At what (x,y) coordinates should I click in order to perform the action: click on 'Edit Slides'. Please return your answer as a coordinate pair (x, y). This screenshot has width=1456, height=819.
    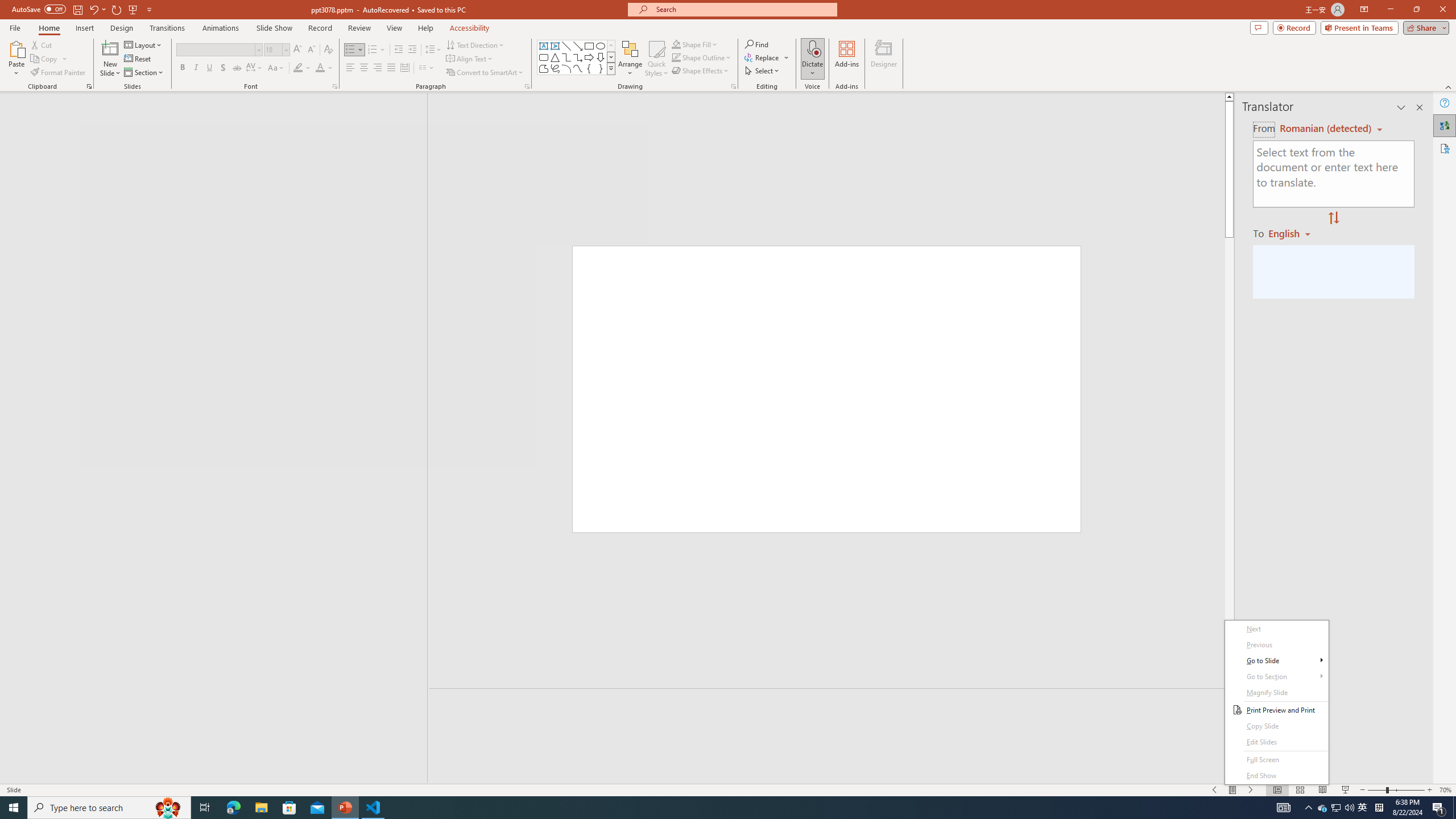
    Looking at the image, I should click on (1277, 742).